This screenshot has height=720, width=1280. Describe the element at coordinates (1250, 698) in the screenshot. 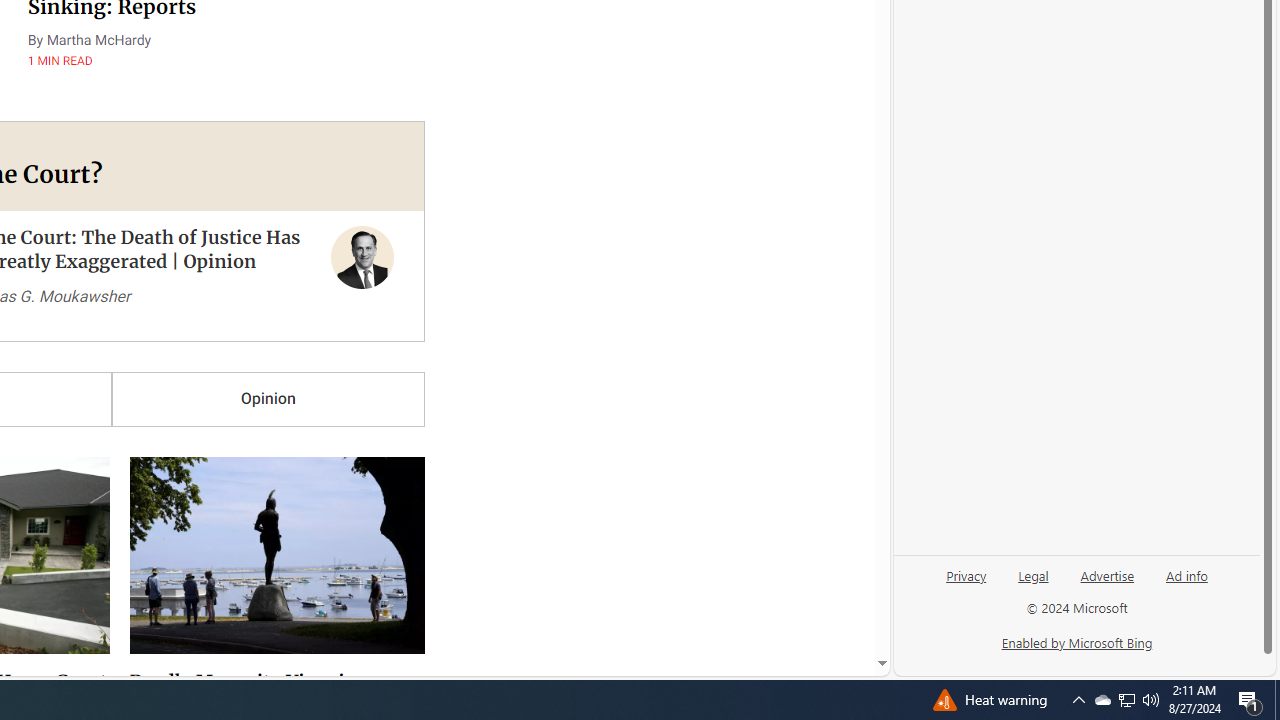

I see `'Action Center, 1 new notification'` at that location.